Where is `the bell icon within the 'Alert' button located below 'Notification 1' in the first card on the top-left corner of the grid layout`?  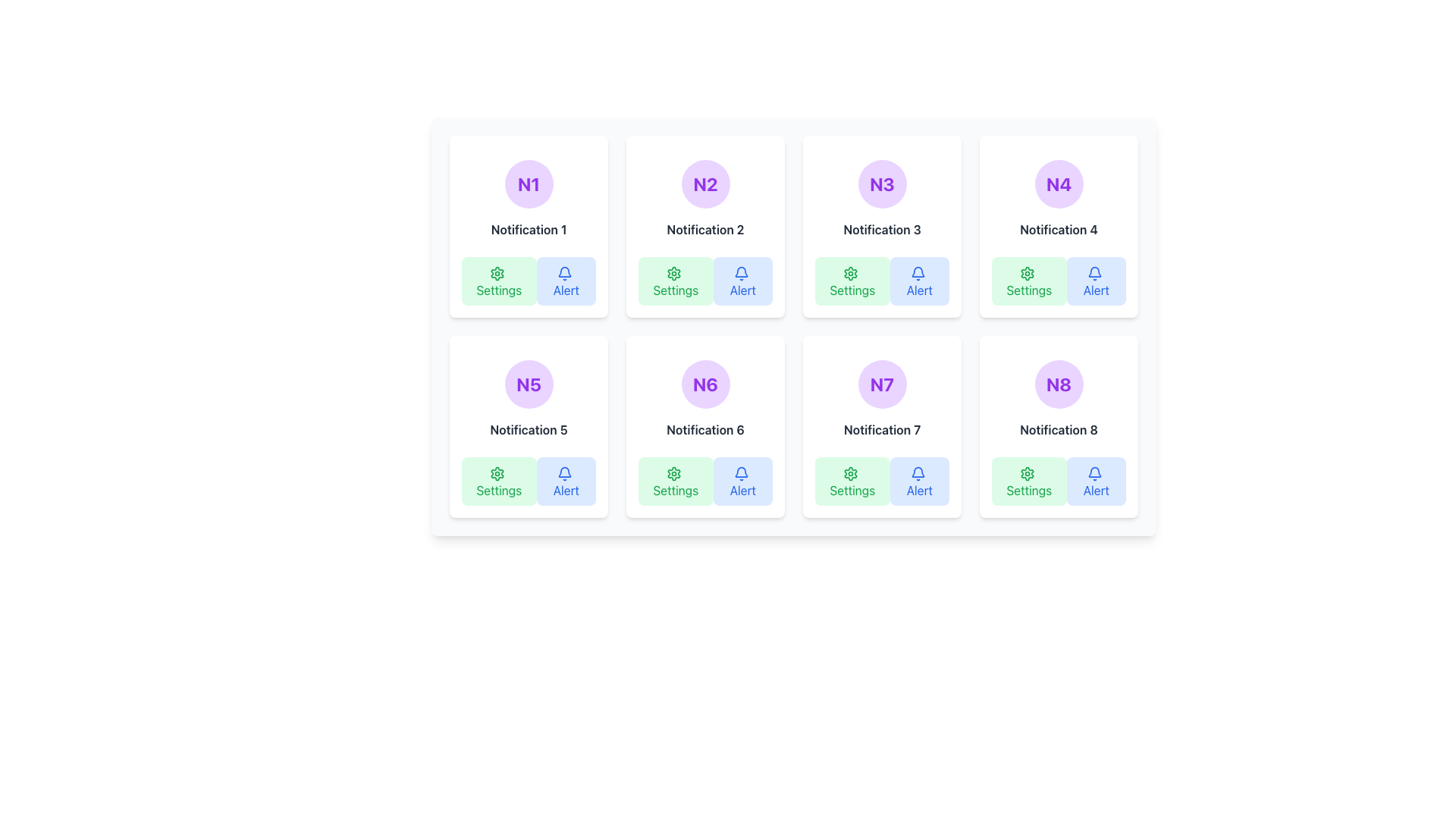
the bell icon within the 'Alert' button located below 'Notification 1' in the first card on the top-left corner of the grid layout is located at coordinates (563, 273).